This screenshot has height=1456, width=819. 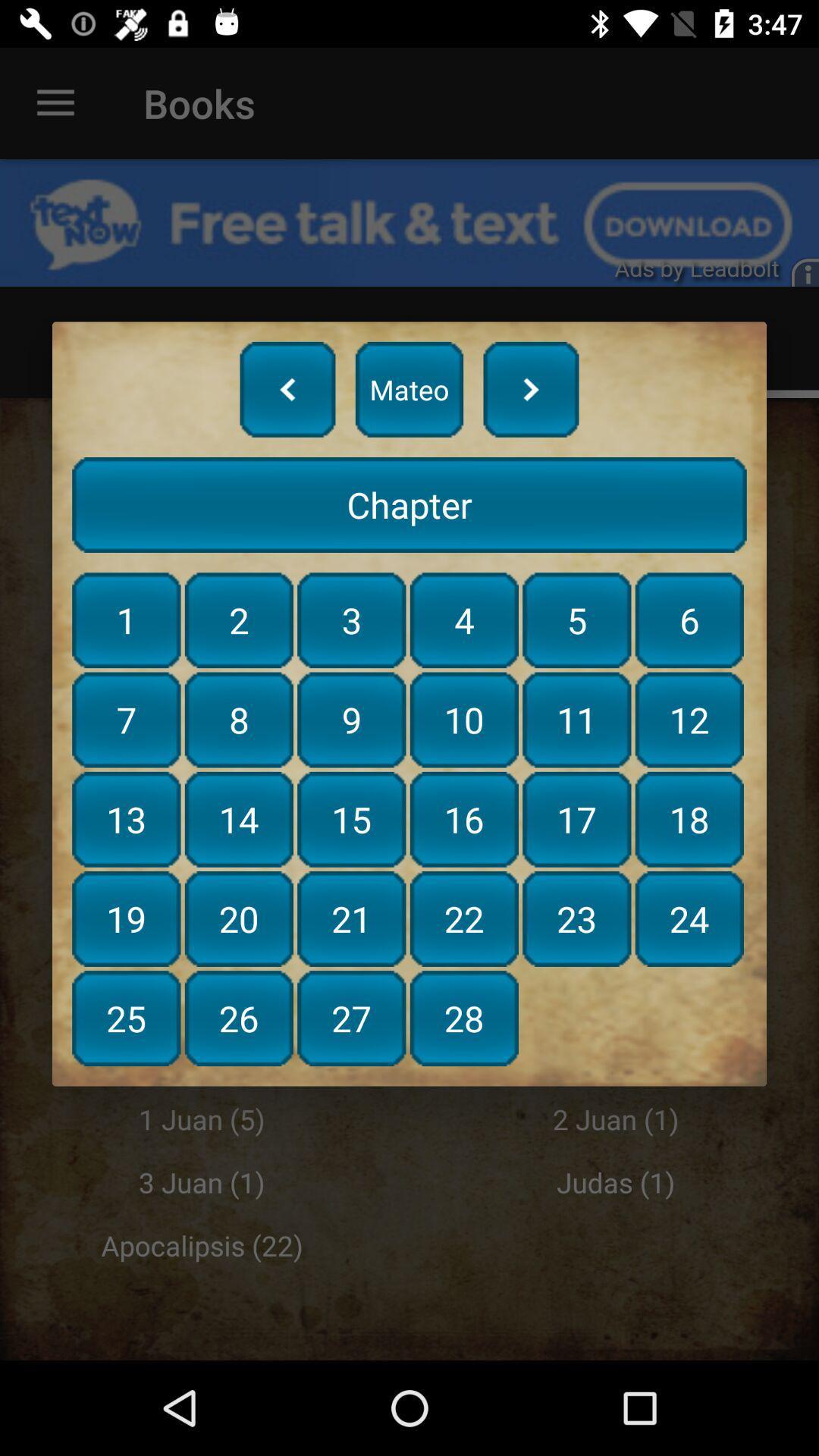 What do you see at coordinates (287, 389) in the screenshot?
I see `go back` at bounding box center [287, 389].